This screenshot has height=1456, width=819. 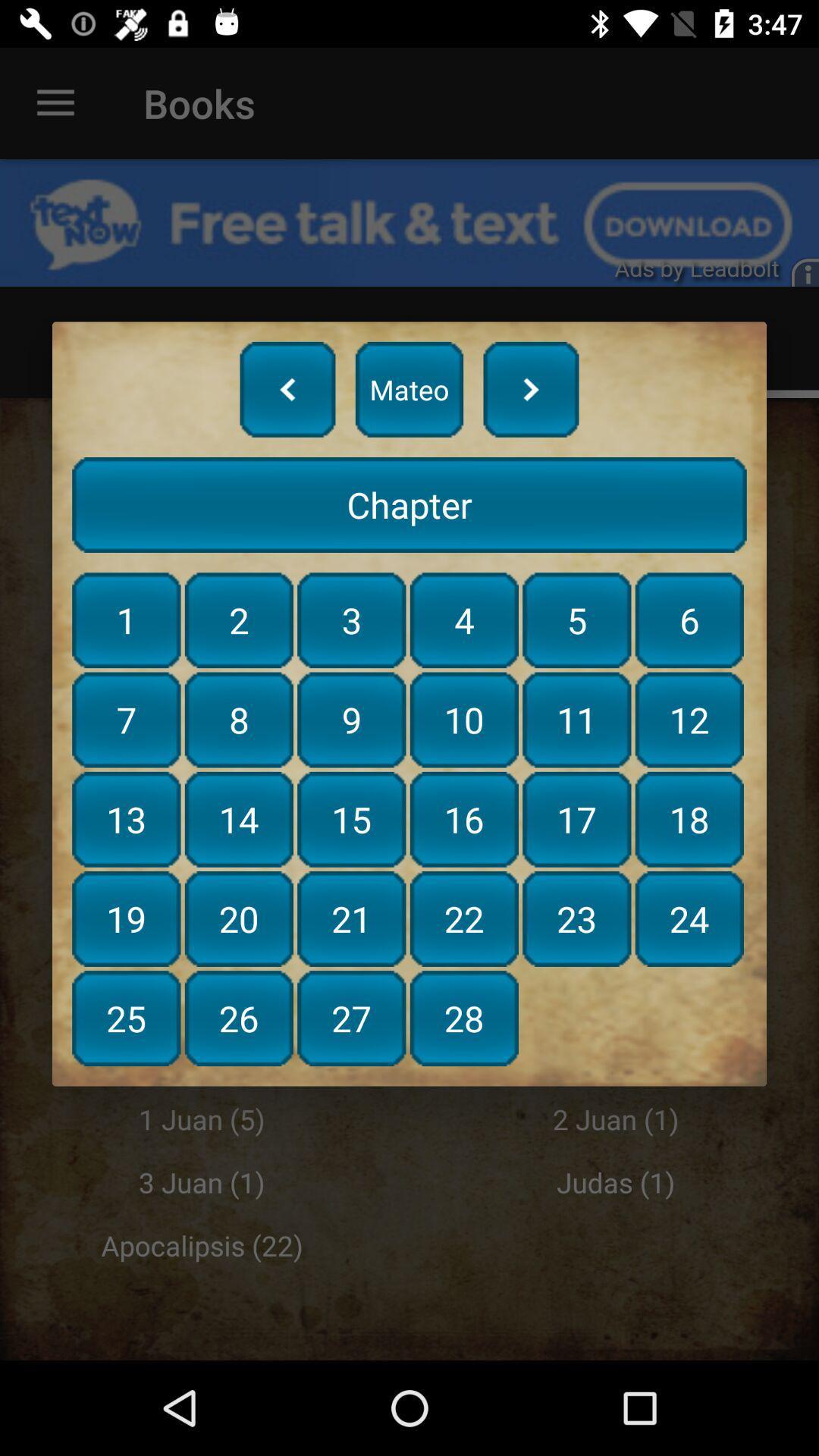 What do you see at coordinates (287, 389) in the screenshot?
I see `go back` at bounding box center [287, 389].